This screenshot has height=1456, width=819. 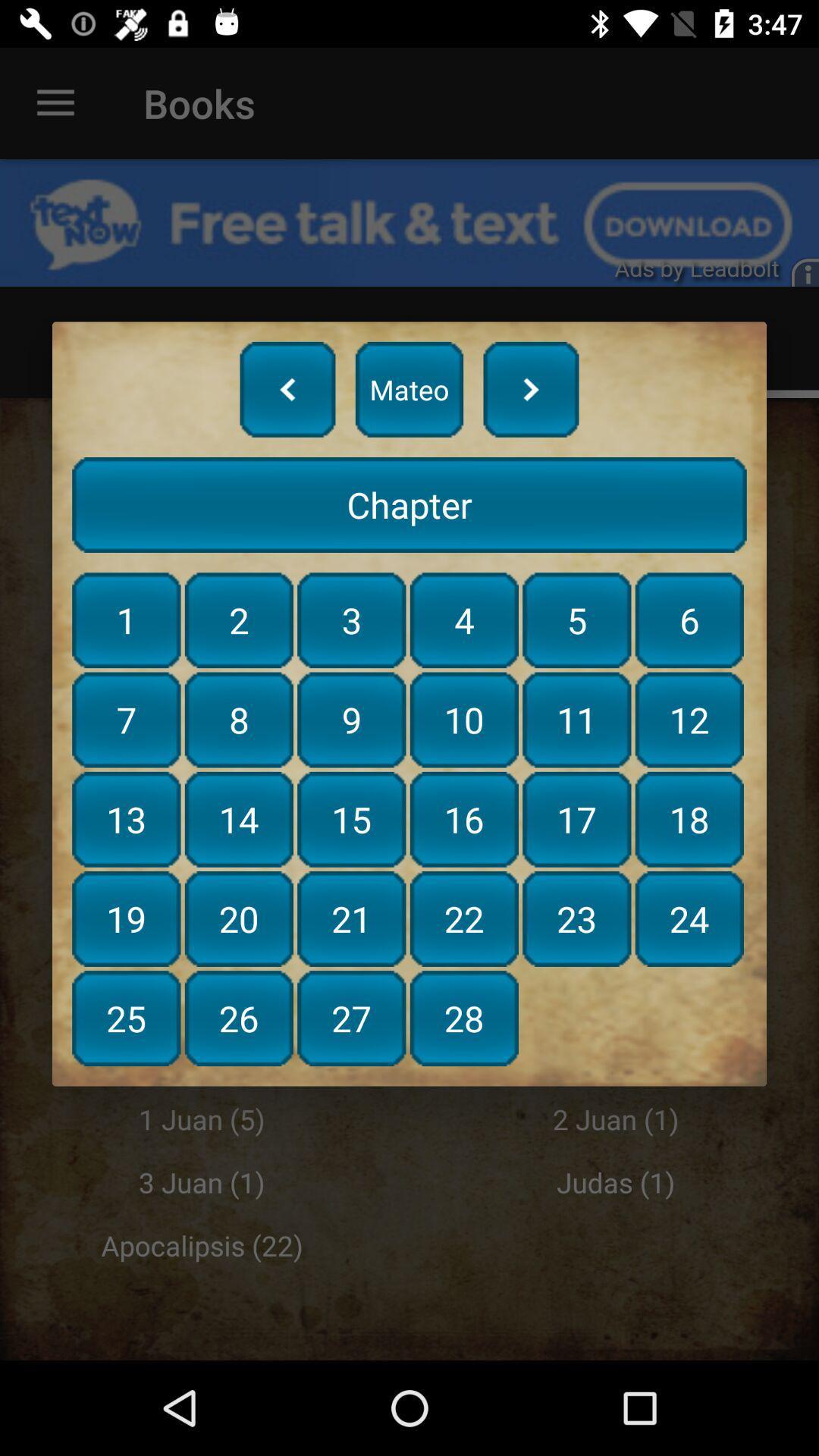 What do you see at coordinates (287, 389) in the screenshot?
I see `go back` at bounding box center [287, 389].